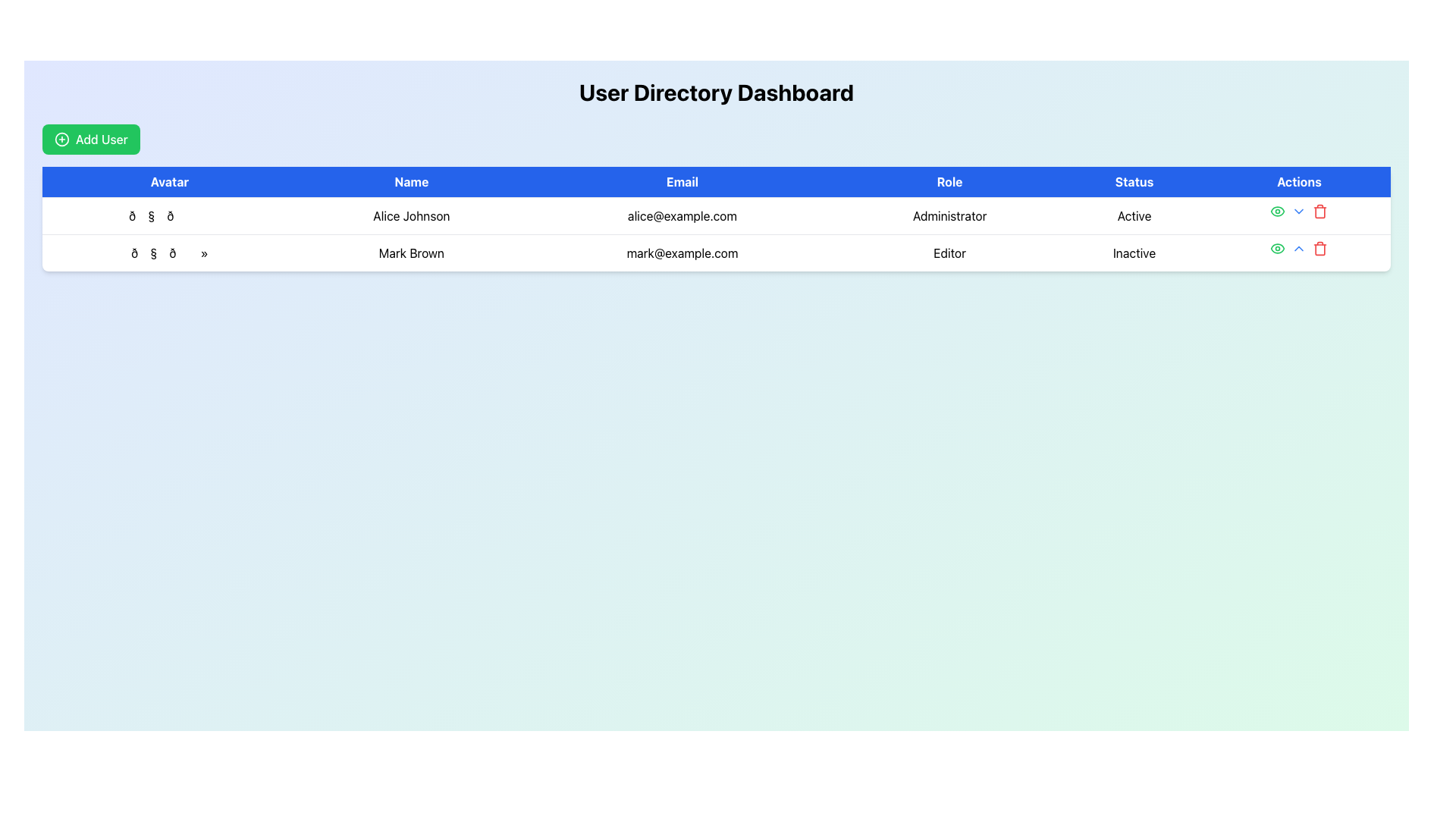 This screenshot has height=819, width=1456. Describe the element at coordinates (90, 140) in the screenshot. I see `the green 'Add User' button with rounded corners` at that location.